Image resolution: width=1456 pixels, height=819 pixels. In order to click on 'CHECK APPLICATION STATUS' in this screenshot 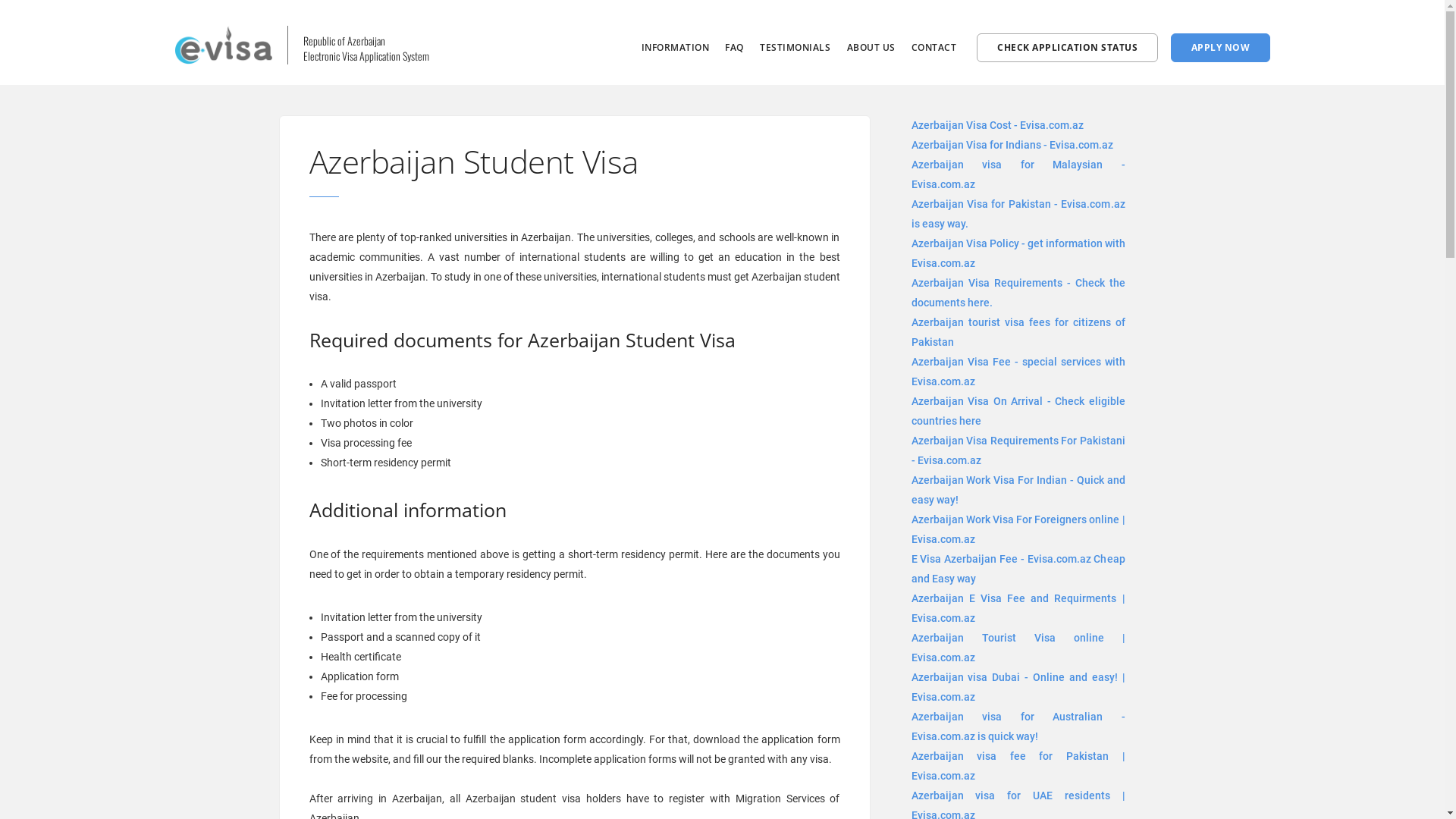, I will do `click(1066, 46)`.